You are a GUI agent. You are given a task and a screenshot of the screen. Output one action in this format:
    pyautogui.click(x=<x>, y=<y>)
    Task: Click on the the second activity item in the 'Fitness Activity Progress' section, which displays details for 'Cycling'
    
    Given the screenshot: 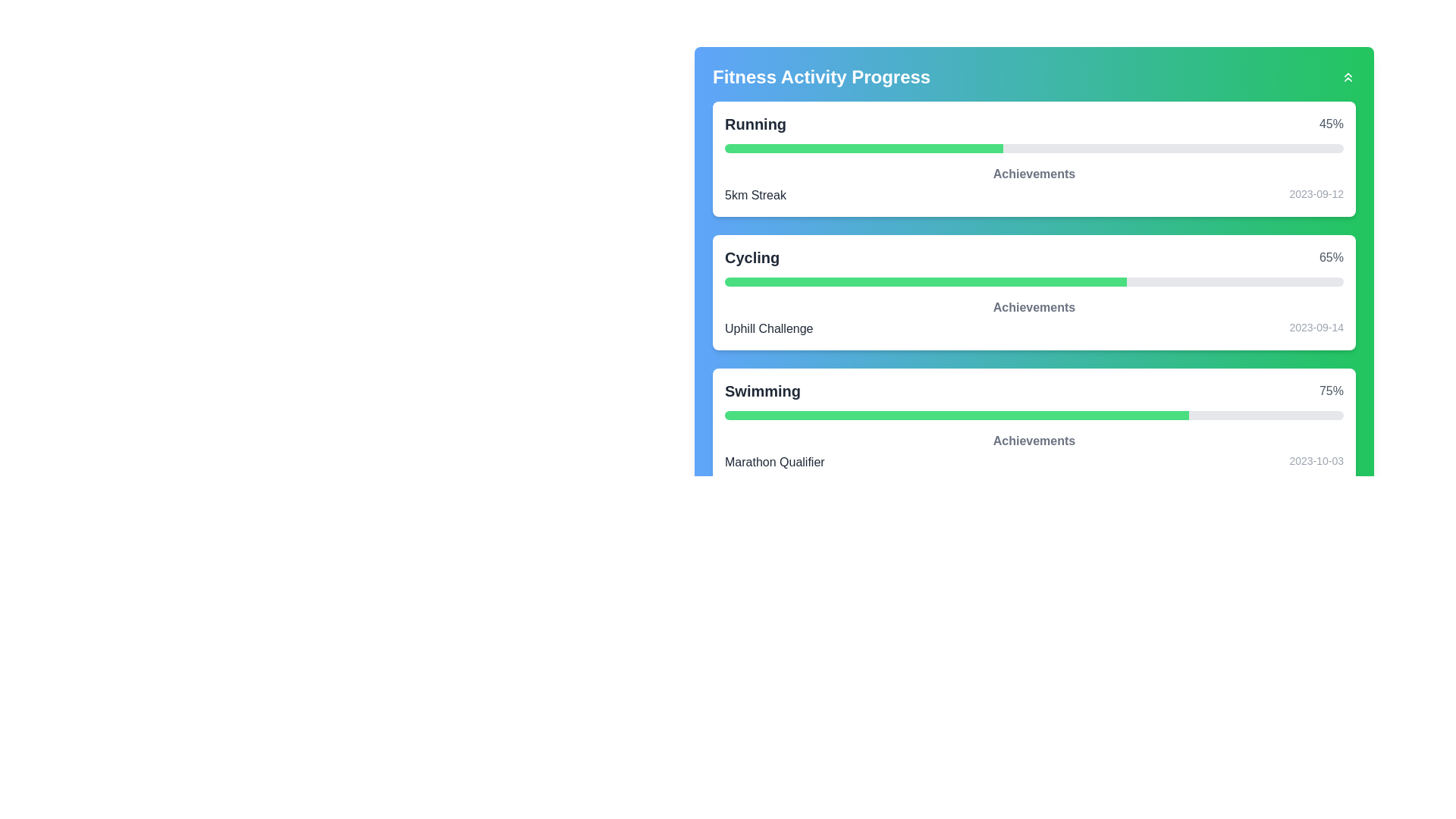 What is the action you would take?
    pyautogui.click(x=1033, y=292)
    